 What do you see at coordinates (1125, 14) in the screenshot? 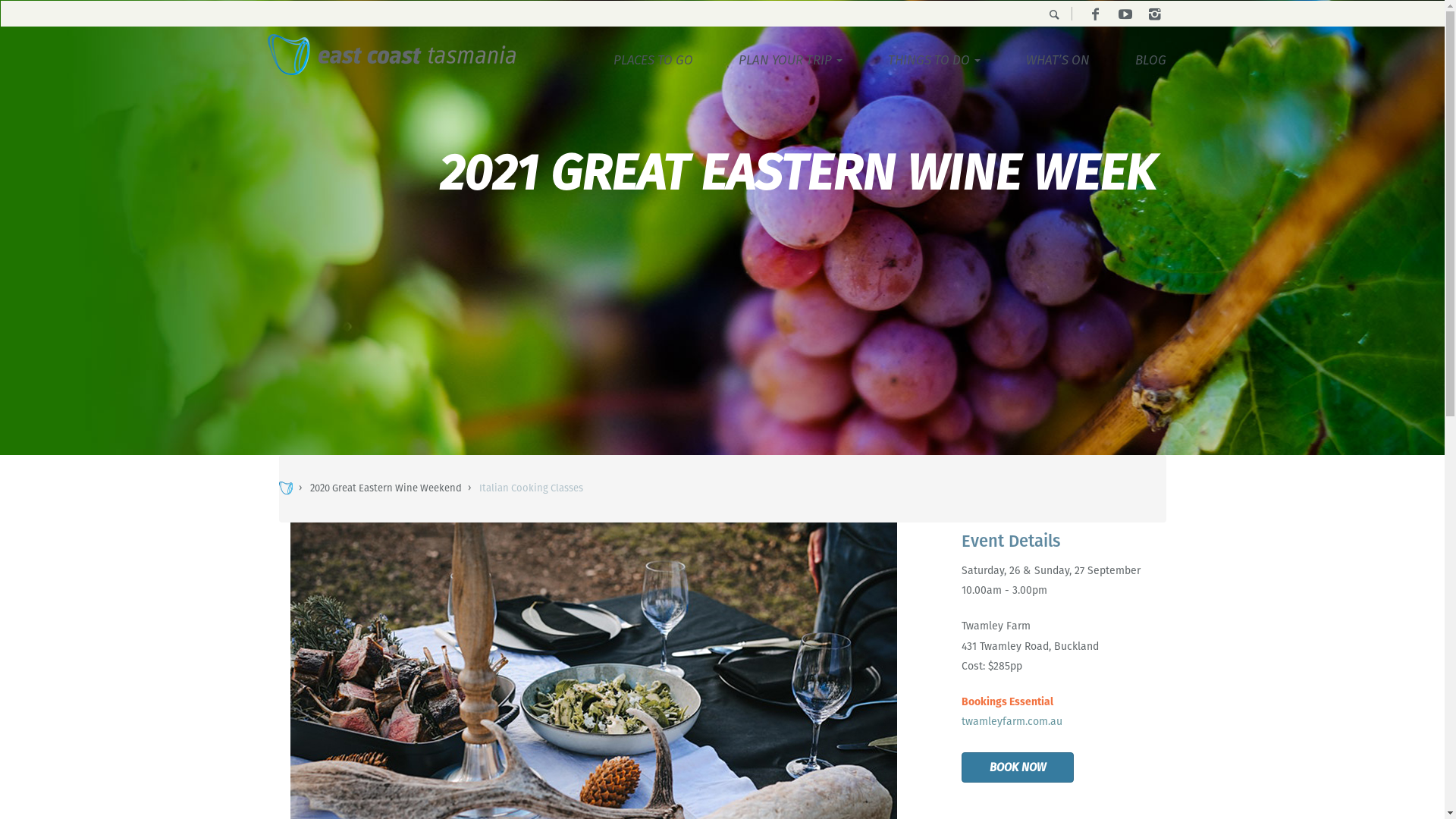
I see `'YOUTUBE'` at bounding box center [1125, 14].